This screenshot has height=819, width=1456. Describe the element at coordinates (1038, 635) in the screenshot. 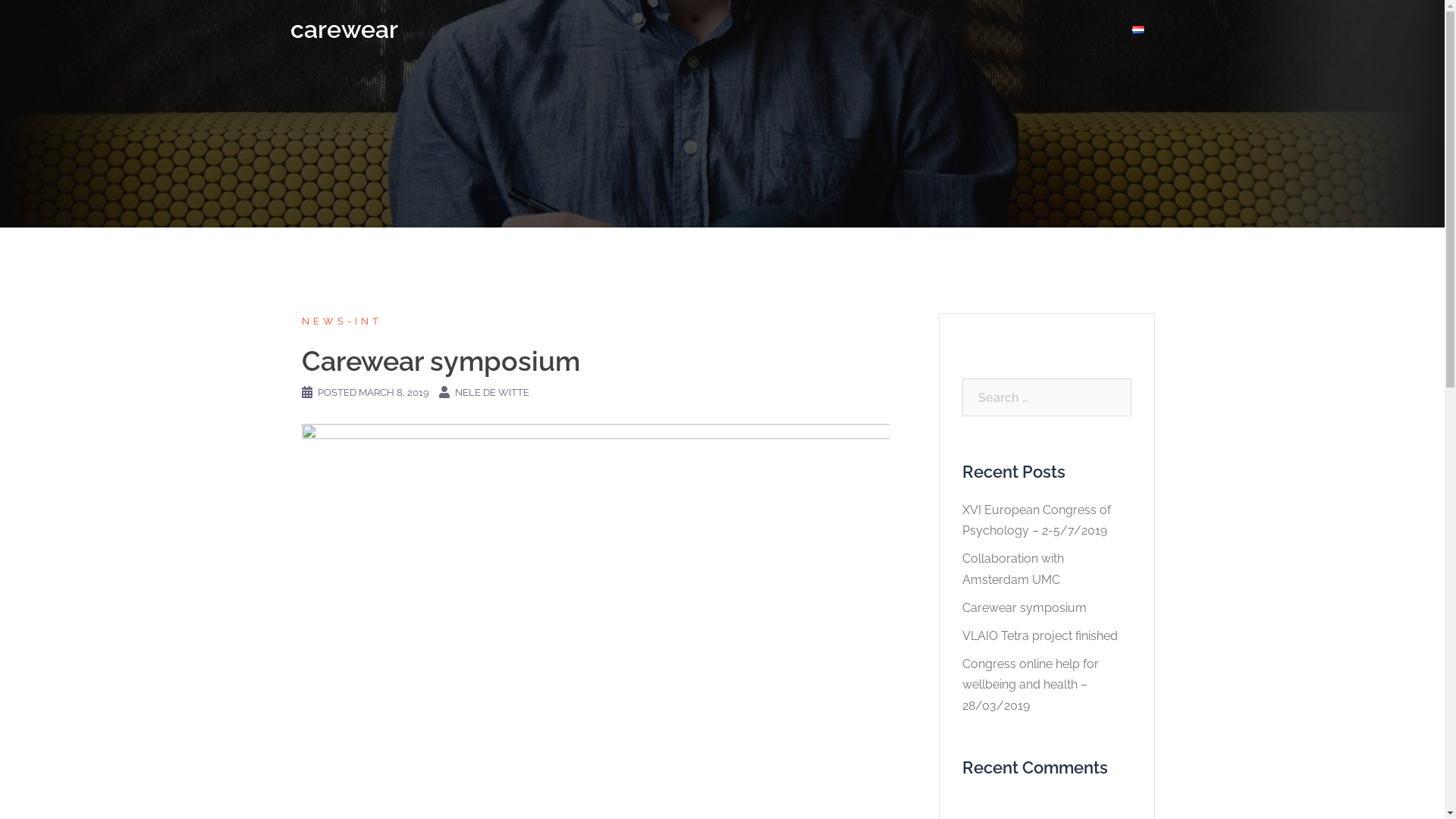

I see `'VLAIO Tetra project finished'` at that location.